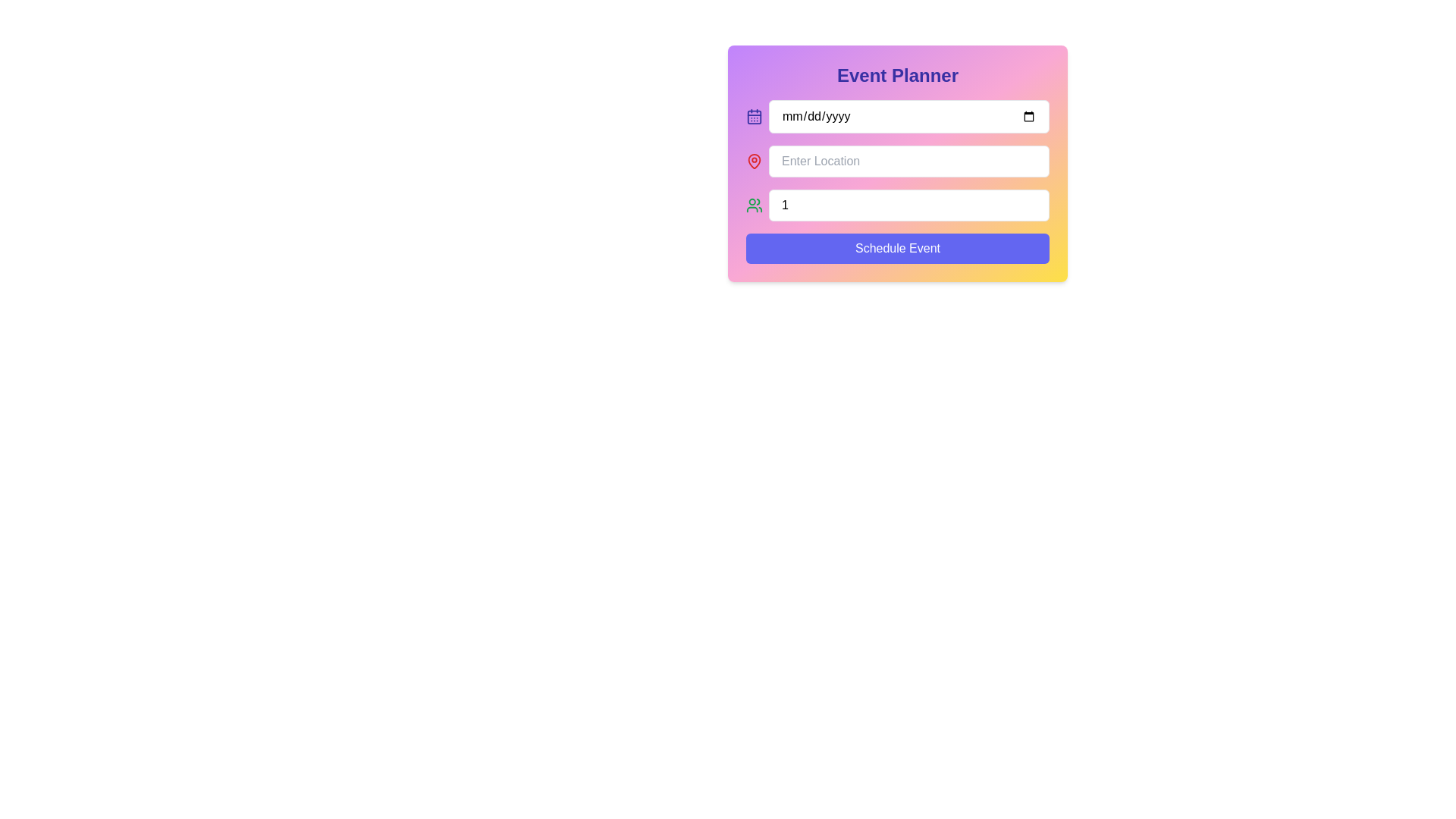  What do you see at coordinates (754, 116) in the screenshot?
I see `the calendar icon segment representing the date display area in the 'Event Planner' interface, located on the left of the 'mm/dd/yyyy' input field` at bounding box center [754, 116].